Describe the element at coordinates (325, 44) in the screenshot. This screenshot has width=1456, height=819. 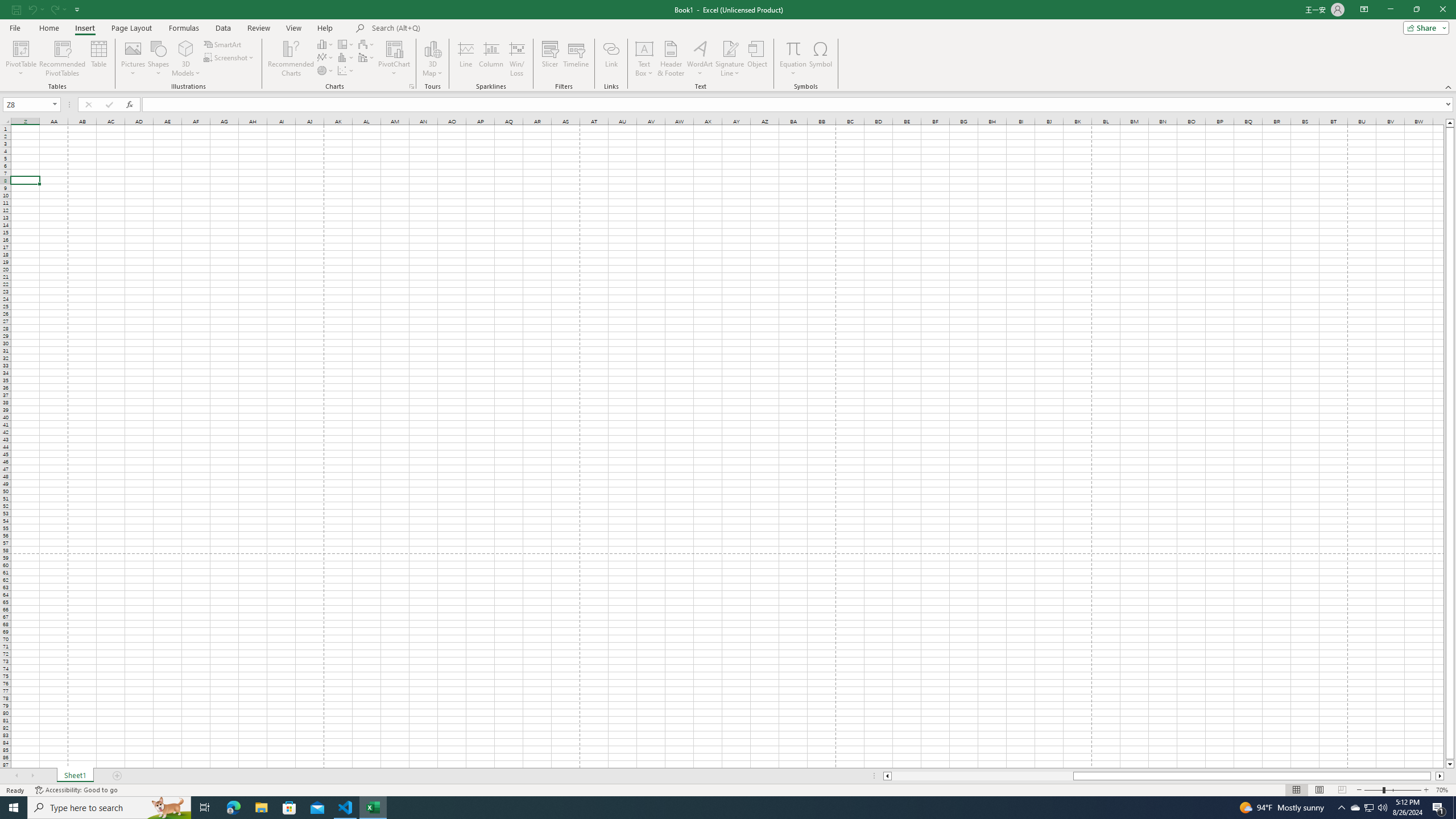
I see `'Insert Column or Bar Chart'` at that location.